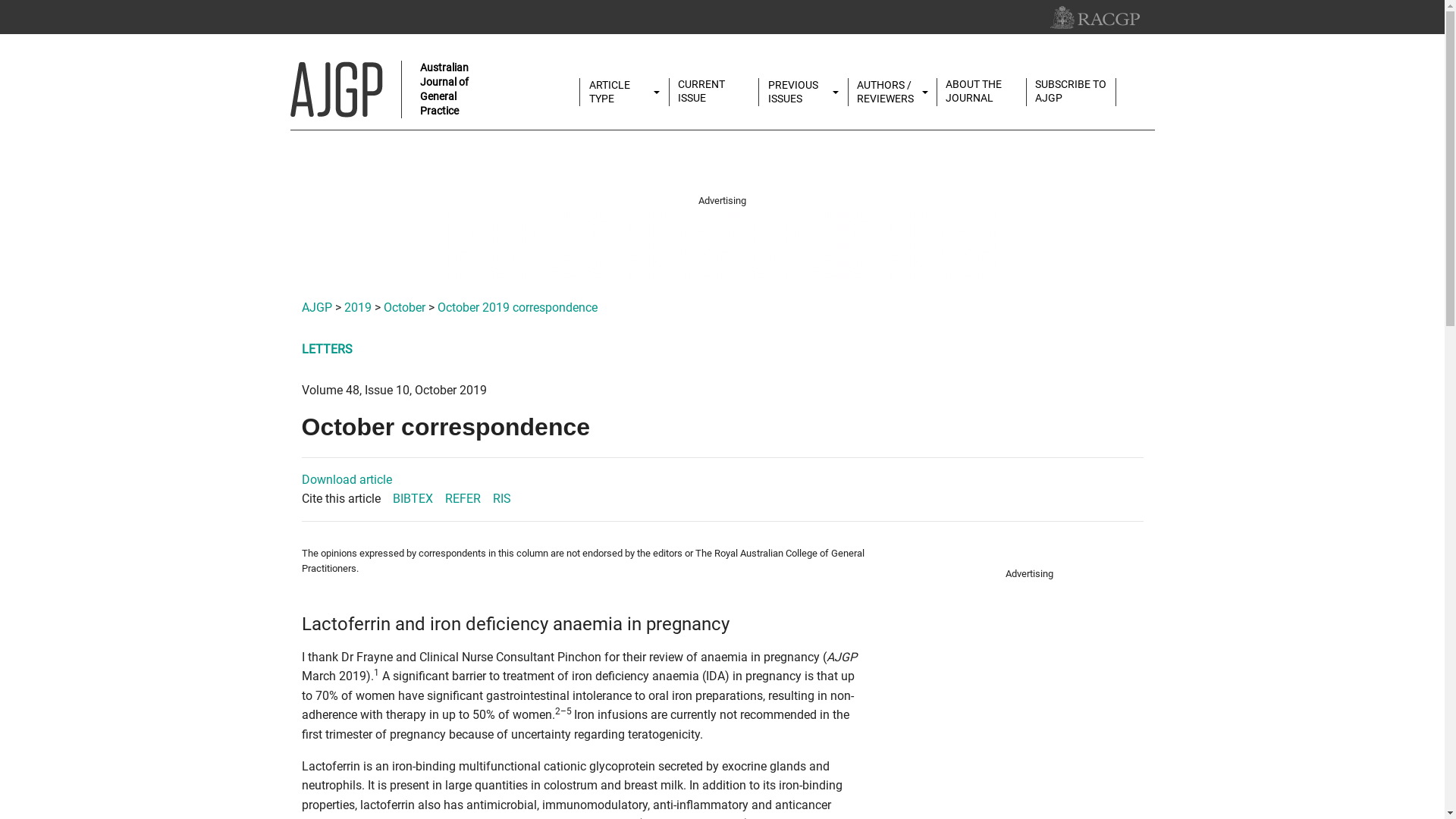 The image size is (1456, 819). What do you see at coordinates (346, 479) in the screenshot?
I see `'Download article'` at bounding box center [346, 479].